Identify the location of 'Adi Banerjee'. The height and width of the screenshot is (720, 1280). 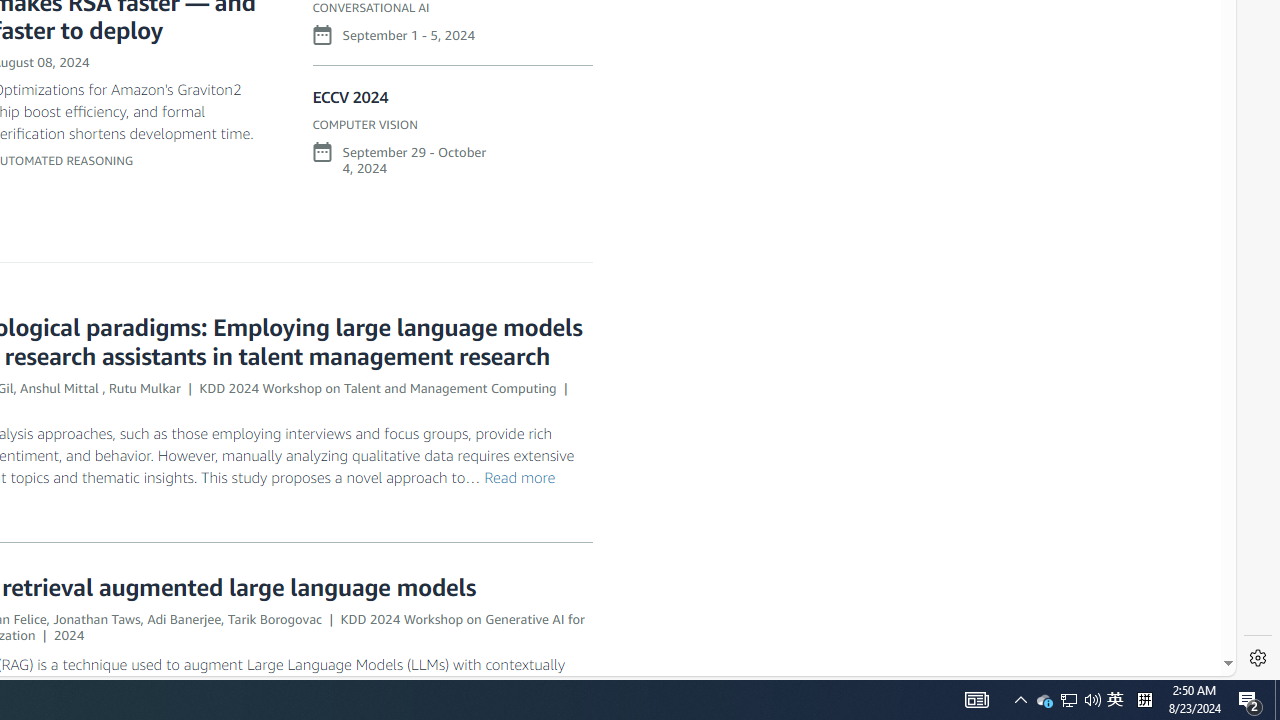
(184, 617).